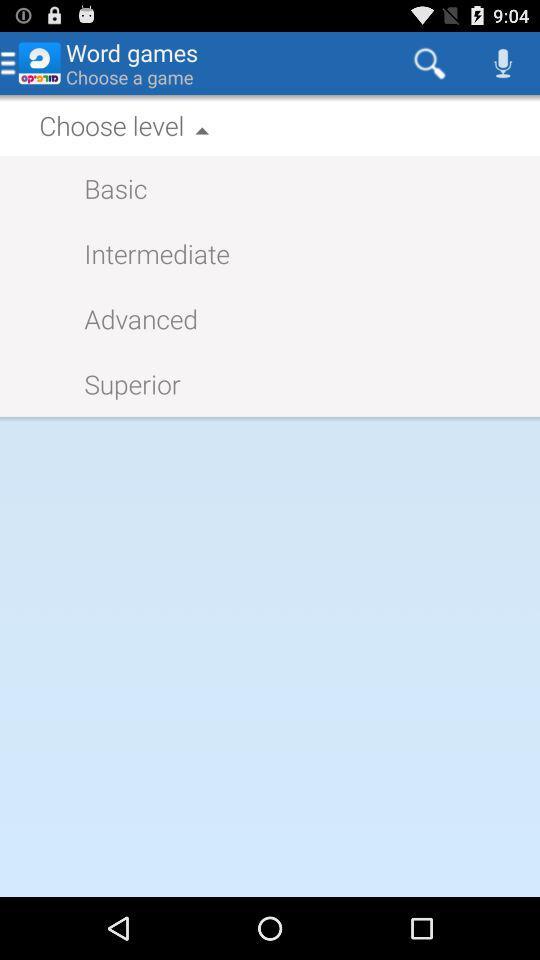 This screenshot has height=960, width=540. Describe the element at coordinates (131, 318) in the screenshot. I see `the icon above the superior` at that location.